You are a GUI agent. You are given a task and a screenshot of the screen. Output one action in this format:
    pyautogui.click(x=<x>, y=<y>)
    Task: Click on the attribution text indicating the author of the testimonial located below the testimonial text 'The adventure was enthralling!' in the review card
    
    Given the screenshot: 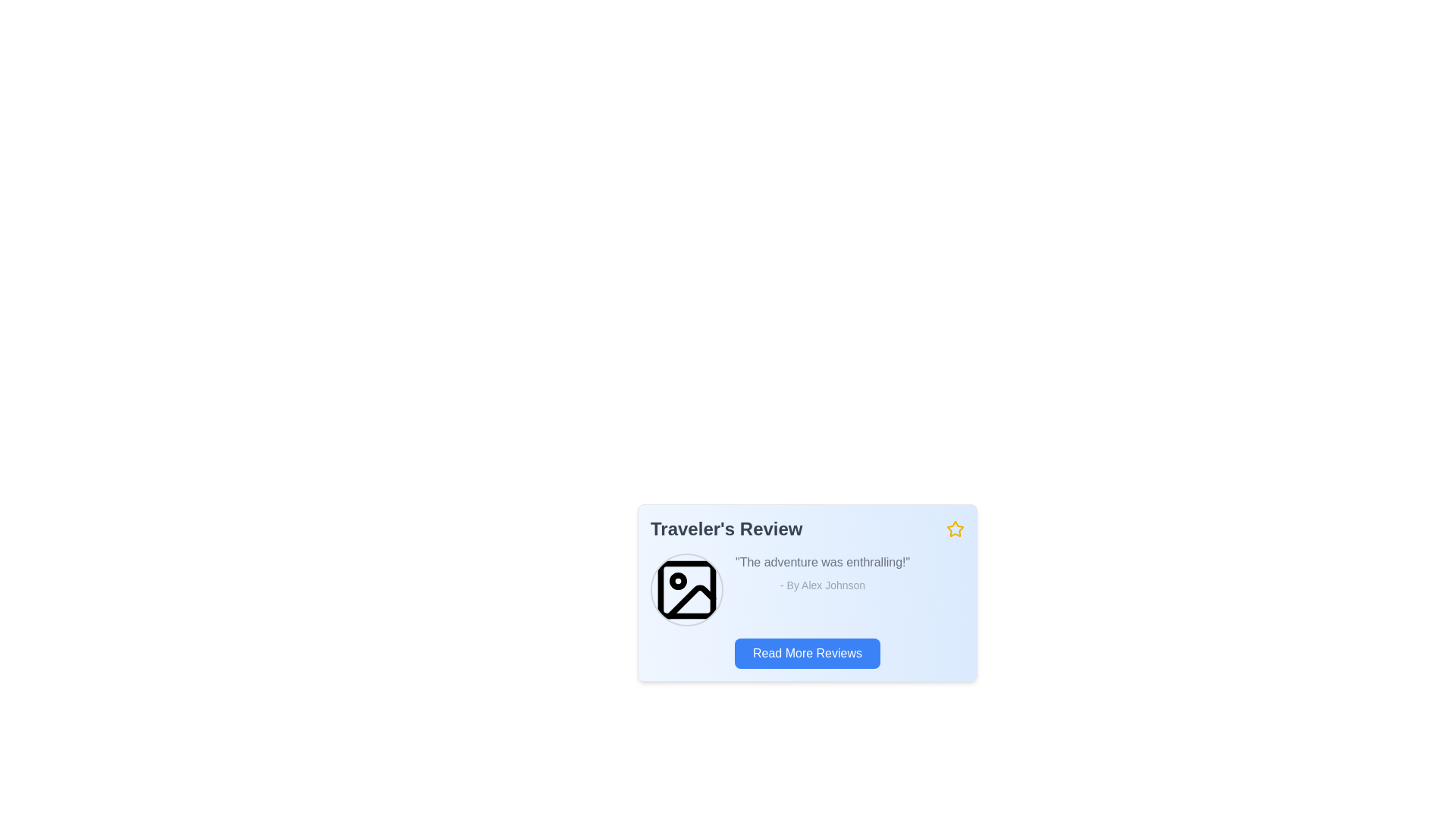 What is the action you would take?
    pyautogui.click(x=821, y=584)
    